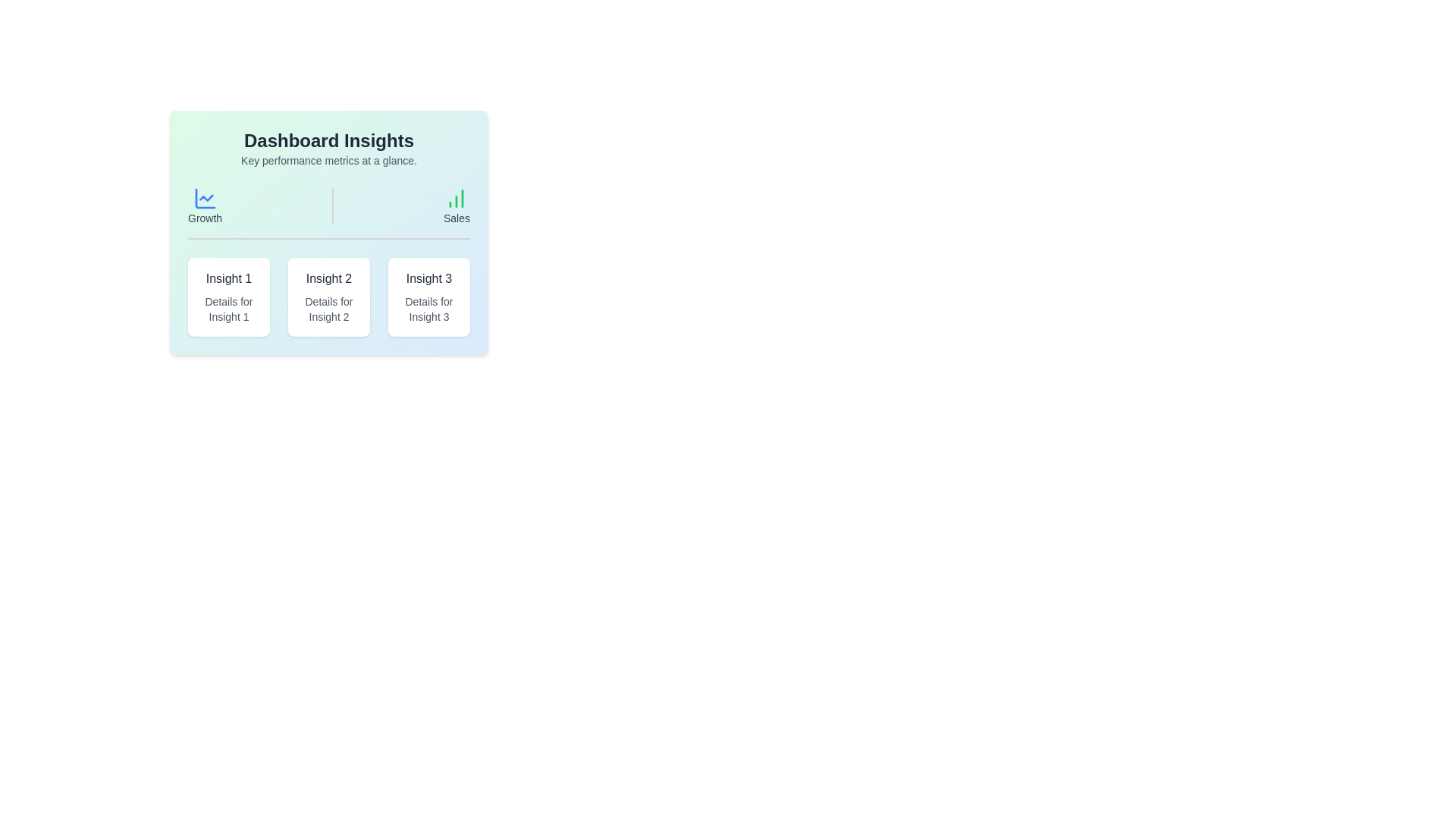  Describe the element at coordinates (228, 309) in the screenshot. I see `the Text label providing descriptive information related to the heading 'Insight 1' for inspection` at that location.